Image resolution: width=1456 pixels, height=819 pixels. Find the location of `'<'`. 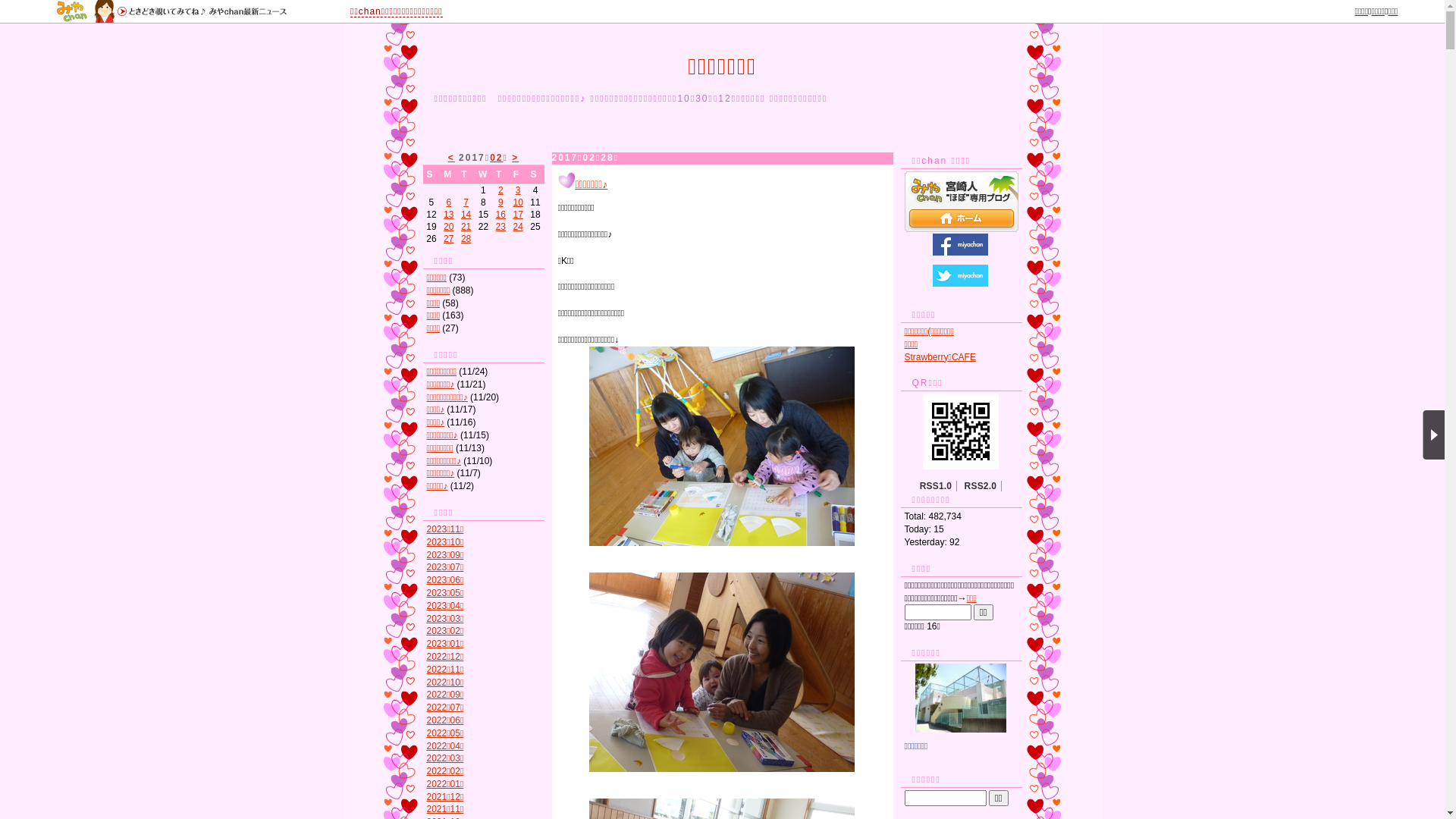

'<' is located at coordinates (450, 158).